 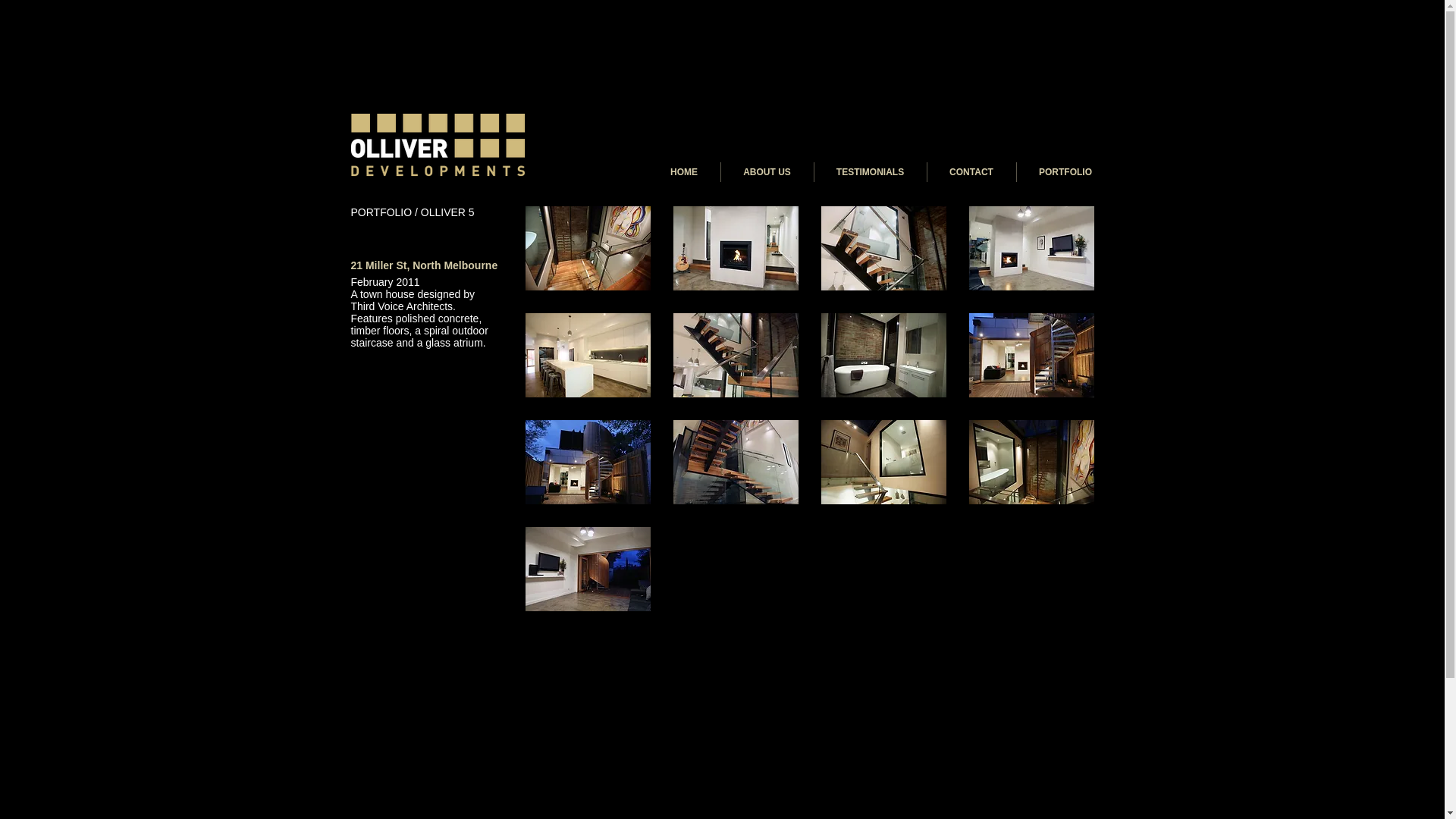 What do you see at coordinates (1064, 171) in the screenshot?
I see `'PORTFOLIO'` at bounding box center [1064, 171].